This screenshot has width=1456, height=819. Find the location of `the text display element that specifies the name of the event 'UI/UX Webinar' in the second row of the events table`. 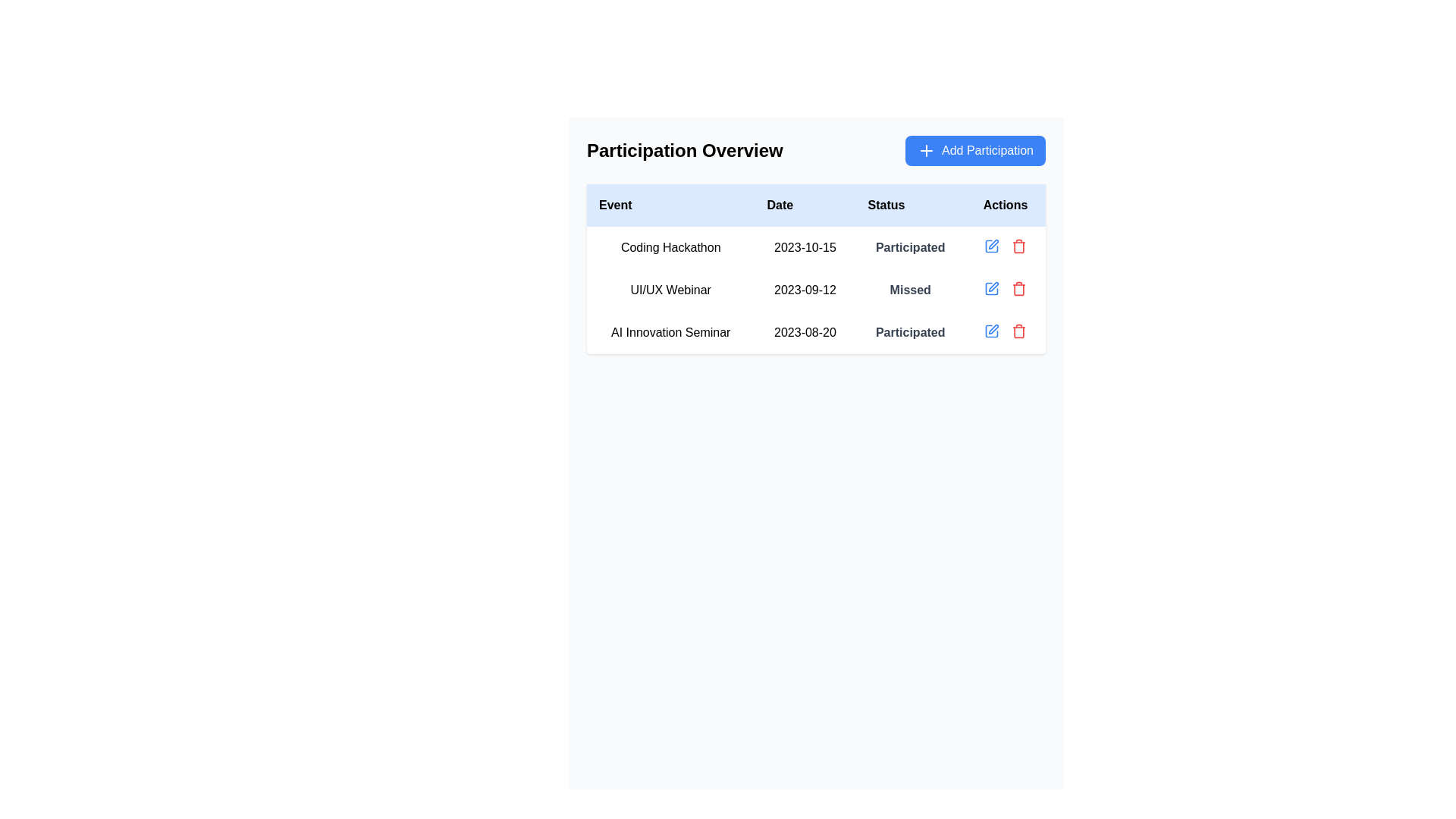

the text display element that specifies the name of the event 'UI/UX Webinar' in the second row of the events table is located at coordinates (670, 290).